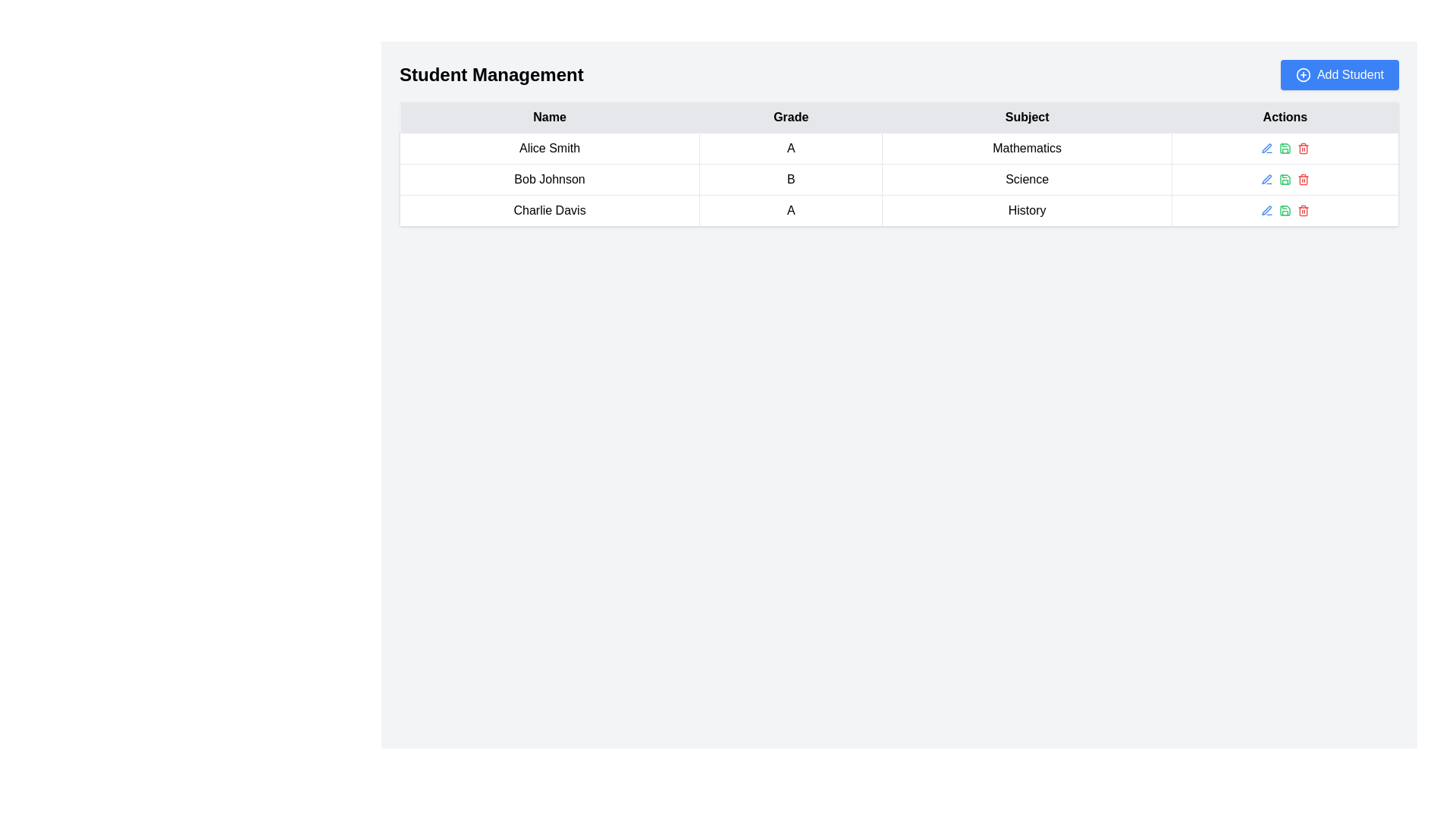 This screenshot has width=1456, height=819. What do you see at coordinates (1284, 210) in the screenshot?
I see `the save icon located in the upper left region adjacent to the delete and edit icons within the row associated with Charlie Davis to initiate the saving action` at bounding box center [1284, 210].